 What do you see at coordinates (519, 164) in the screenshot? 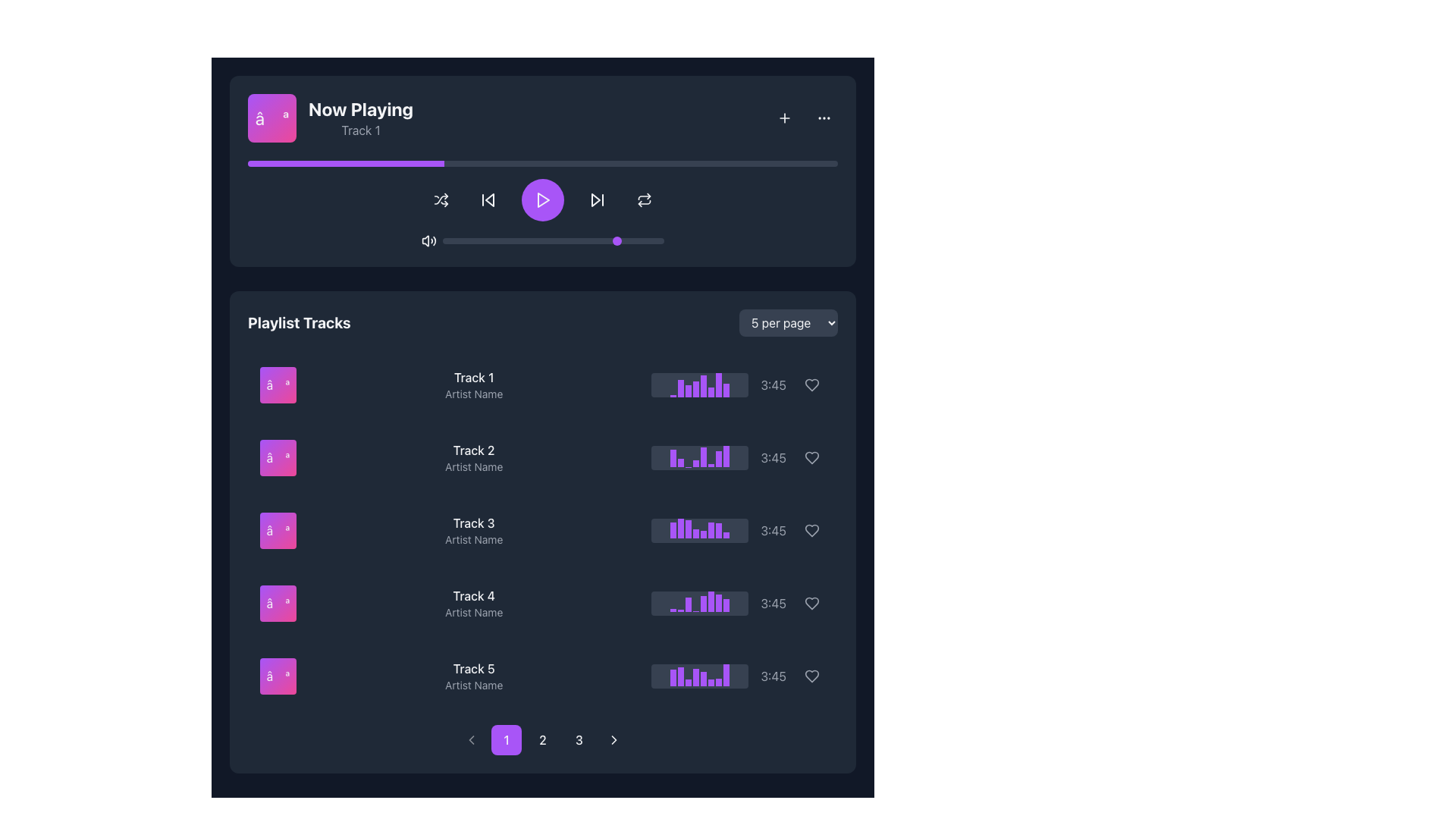
I see `playback progress` at bounding box center [519, 164].